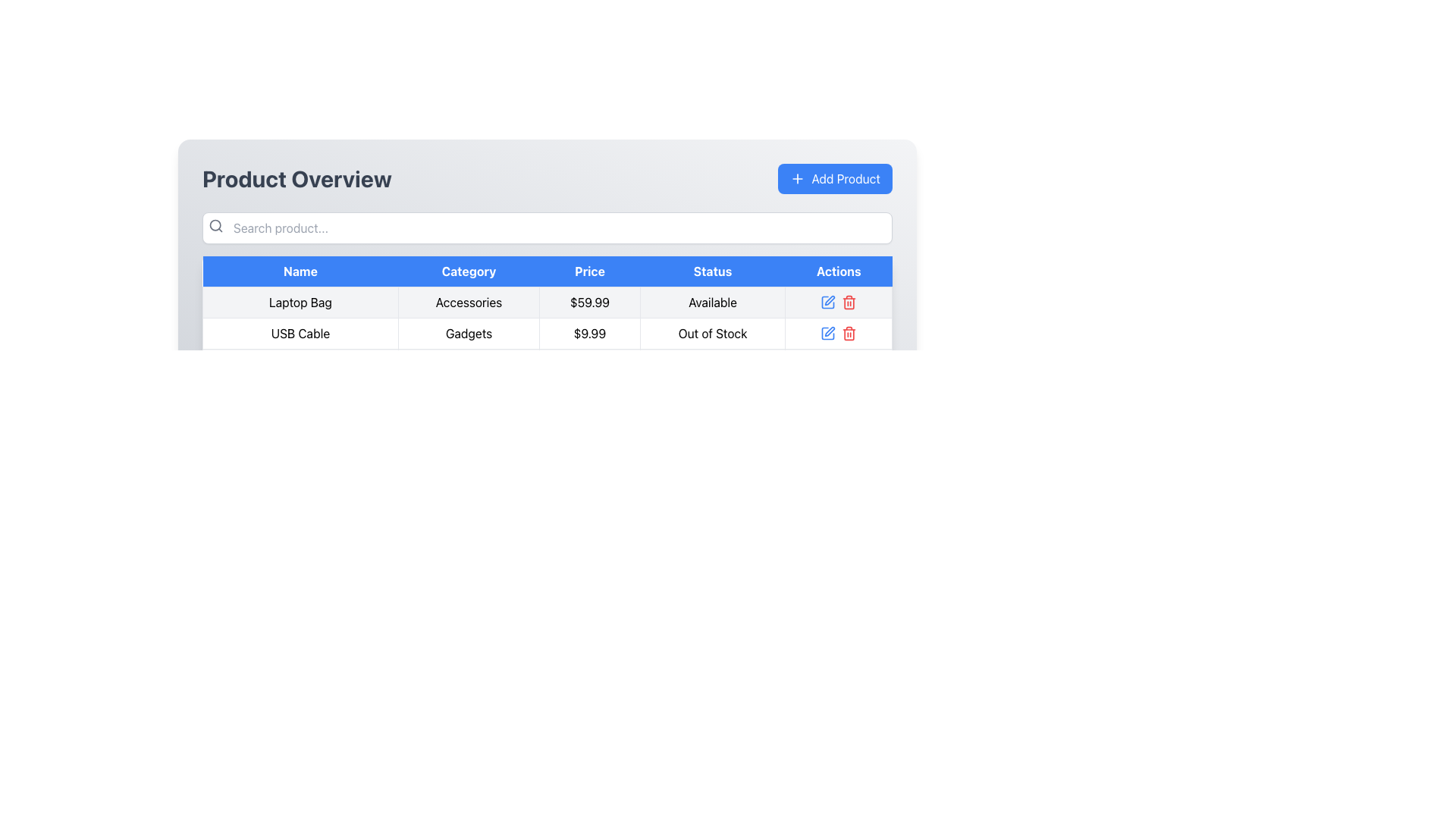  What do you see at coordinates (468, 302) in the screenshot?
I see `the Table Cell displaying 'Accessories' which is the second cell in the first row of the table under the 'Product Overview' section` at bounding box center [468, 302].